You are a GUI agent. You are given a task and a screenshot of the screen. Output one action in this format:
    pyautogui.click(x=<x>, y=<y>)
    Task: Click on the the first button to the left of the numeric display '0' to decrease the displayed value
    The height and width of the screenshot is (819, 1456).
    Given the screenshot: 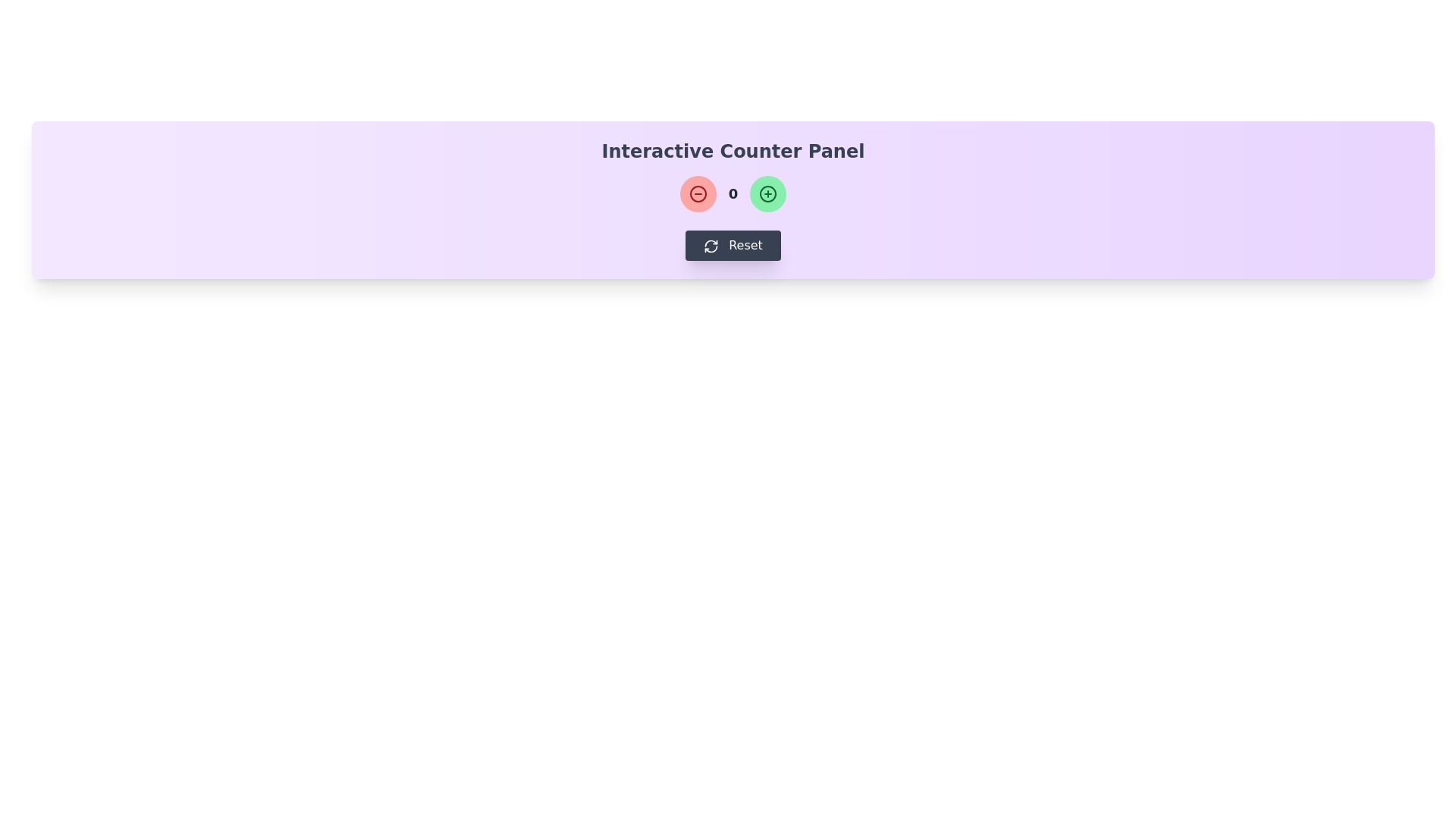 What is the action you would take?
    pyautogui.click(x=697, y=193)
    